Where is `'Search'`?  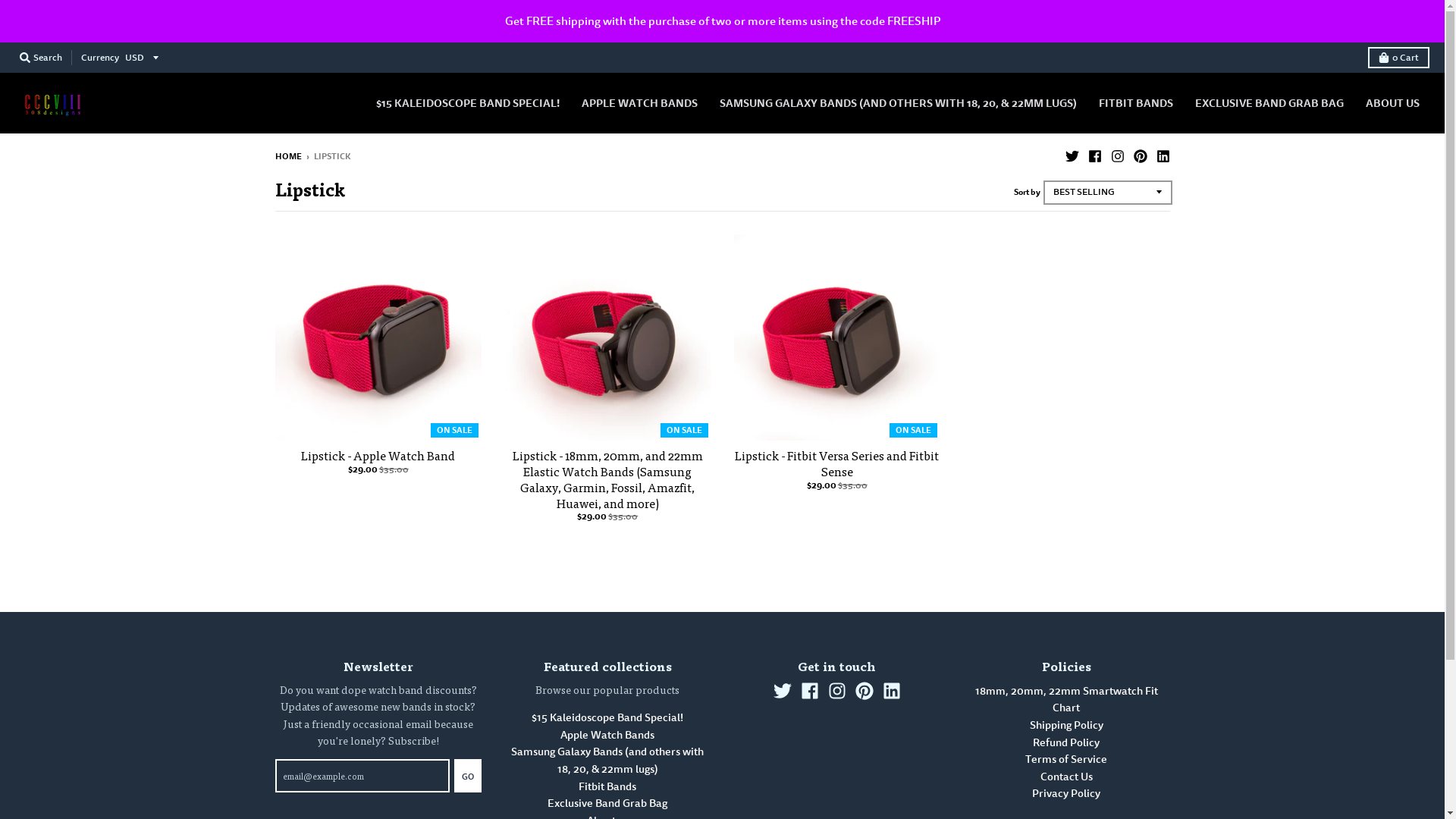
'Search' is located at coordinates (14, 57).